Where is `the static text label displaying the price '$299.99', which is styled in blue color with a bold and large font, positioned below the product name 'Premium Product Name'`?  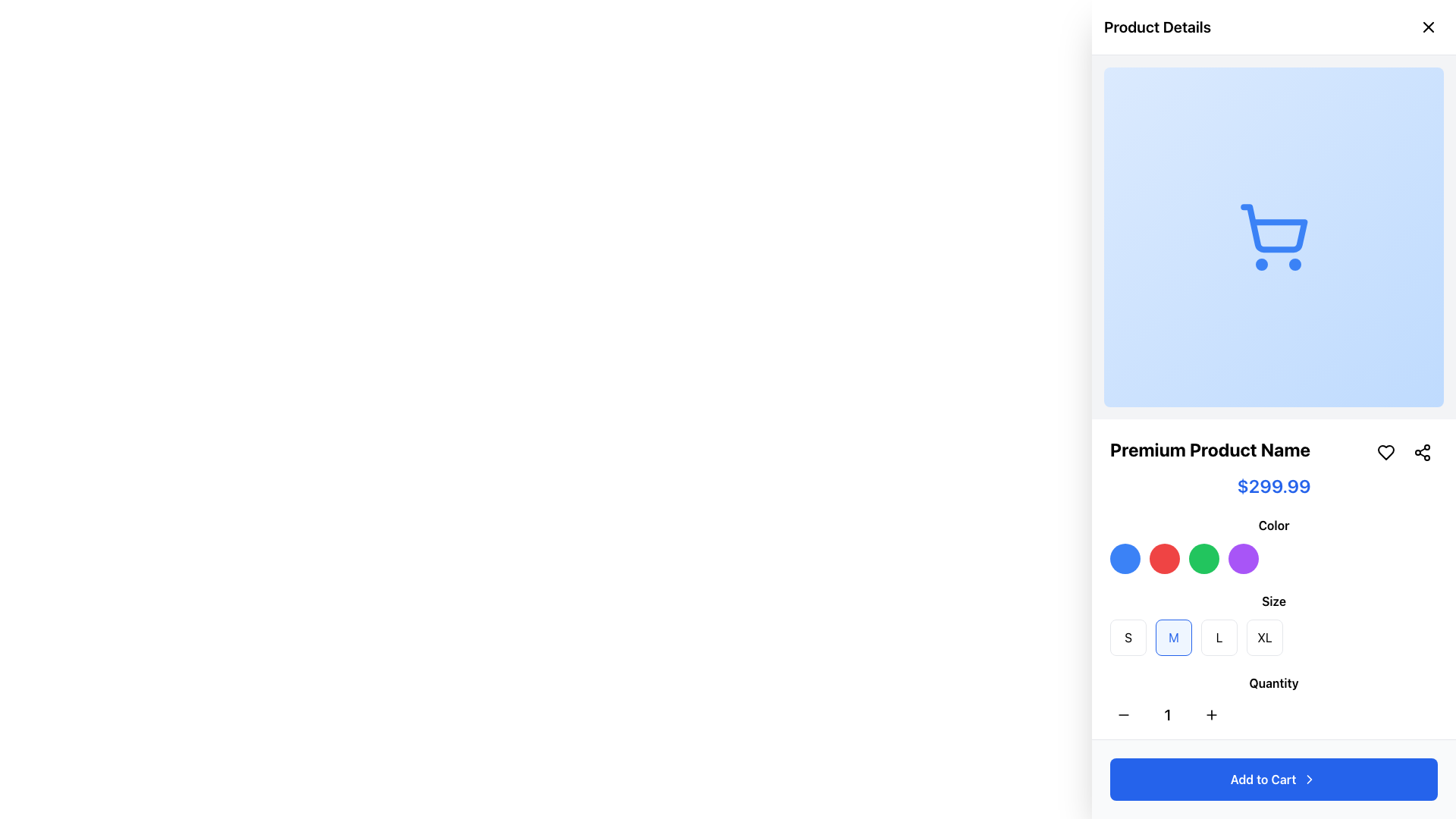 the static text label displaying the price '$299.99', which is styled in blue color with a bold and large font, positioned below the product name 'Premium Product Name' is located at coordinates (1274, 485).